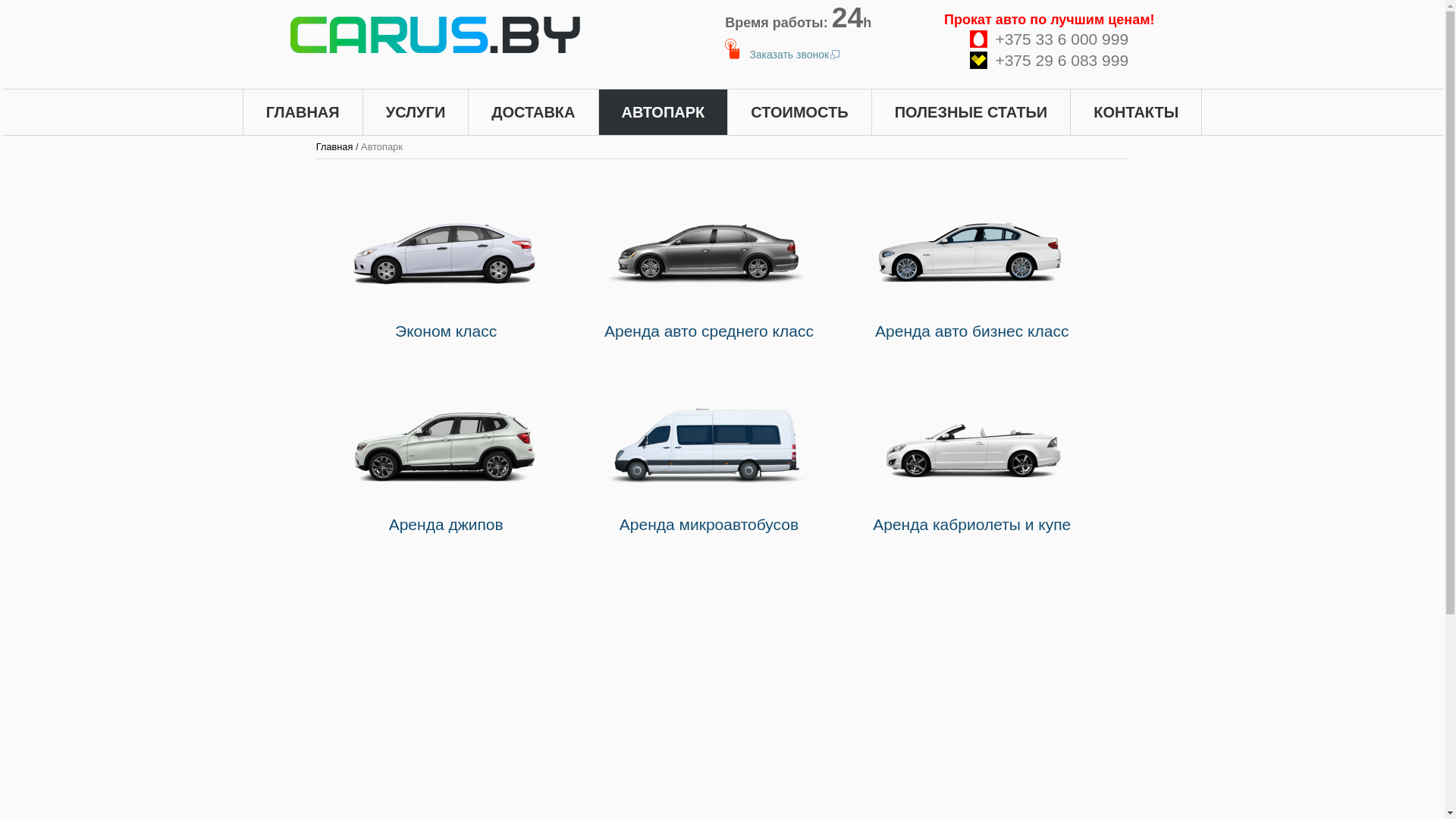 This screenshot has width=1456, height=819. I want to click on '+375 29 6 083 999', so click(1048, 59).